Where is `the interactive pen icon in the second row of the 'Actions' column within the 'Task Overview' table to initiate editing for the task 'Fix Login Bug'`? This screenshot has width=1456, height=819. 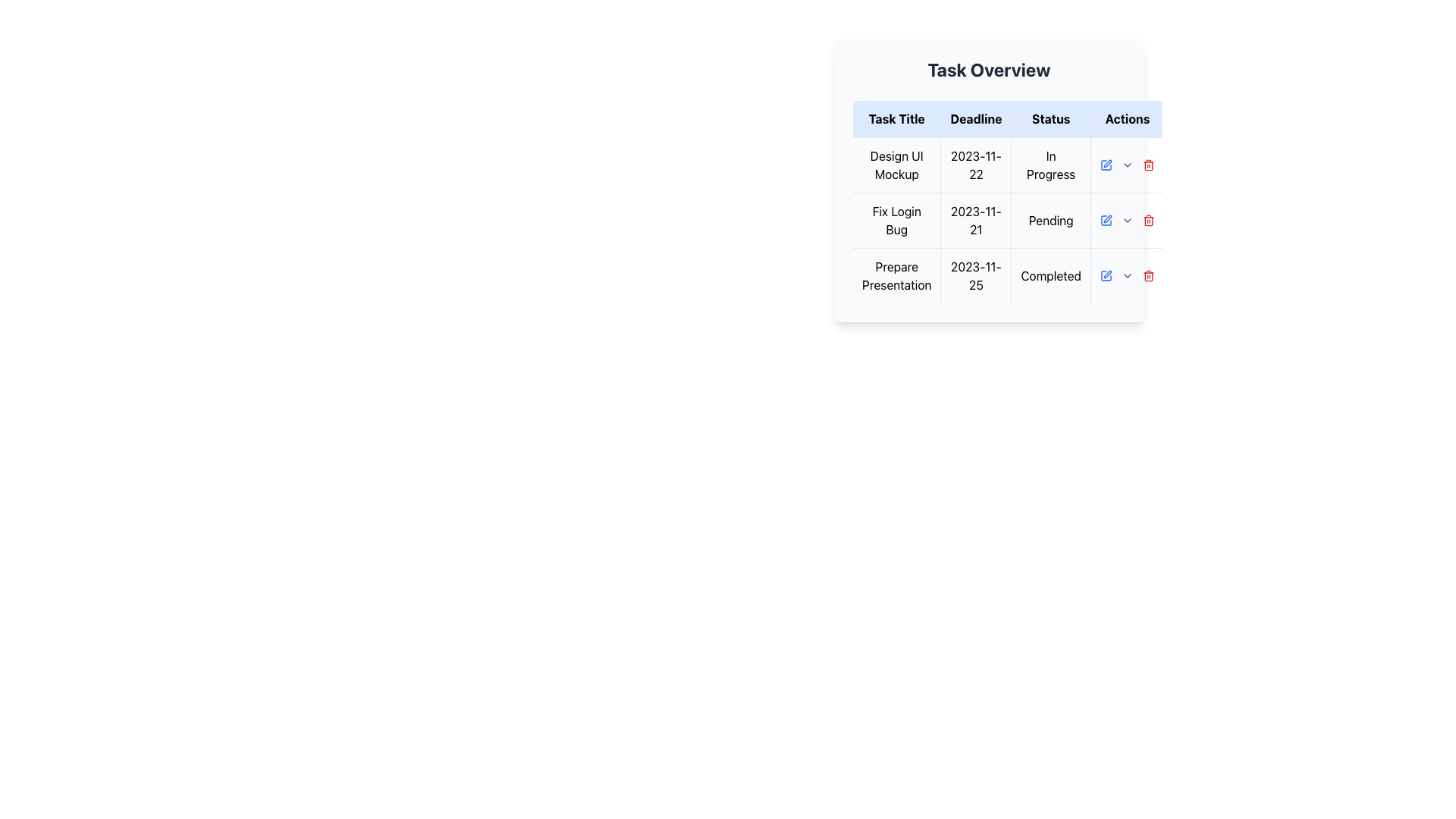
the interactive pen icon in the second row of the 'Actions' column within the 'Task Overview' table to initiate editing for the task 'Fix Login Bug' is located at coordinates (1106, 220).